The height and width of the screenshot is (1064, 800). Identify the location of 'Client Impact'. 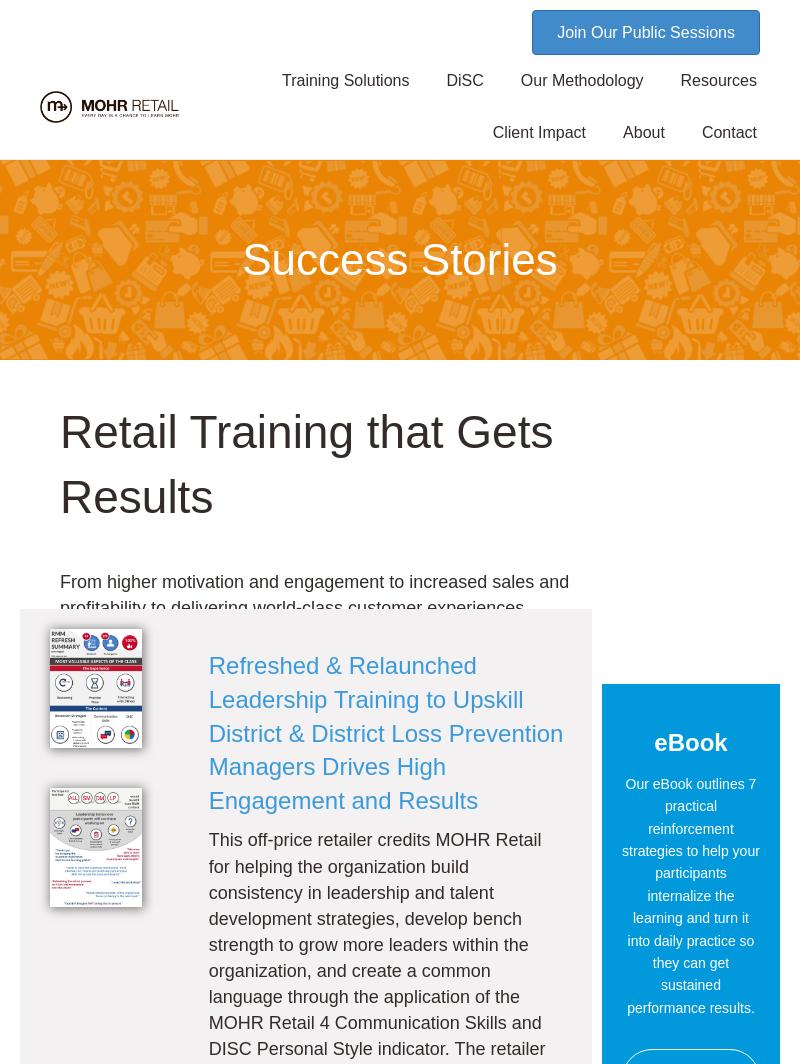
(539, 132).